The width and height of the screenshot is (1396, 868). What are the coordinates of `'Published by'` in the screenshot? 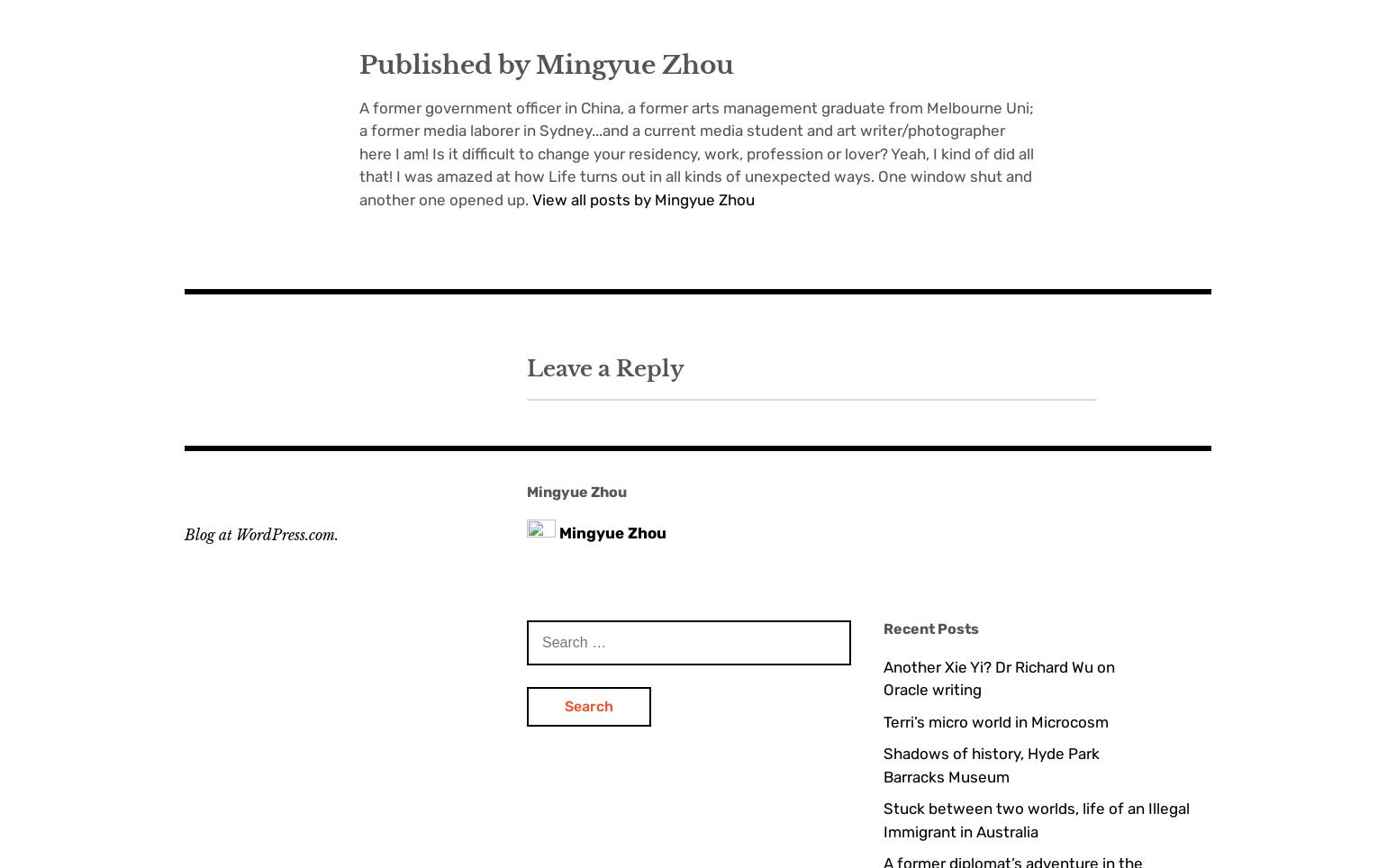 It's located at (446, 64).